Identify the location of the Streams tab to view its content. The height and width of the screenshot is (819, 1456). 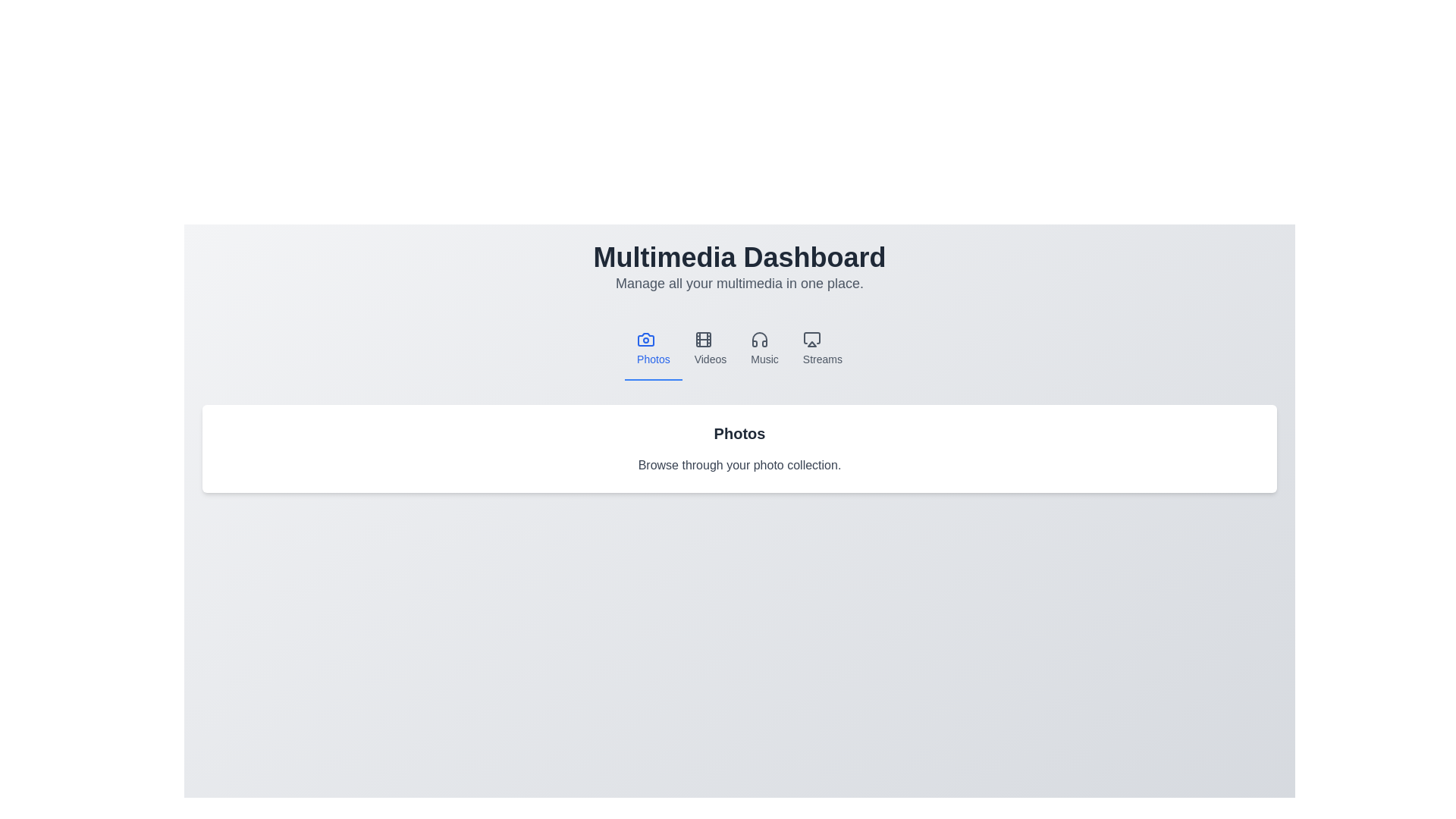
(821, 350).